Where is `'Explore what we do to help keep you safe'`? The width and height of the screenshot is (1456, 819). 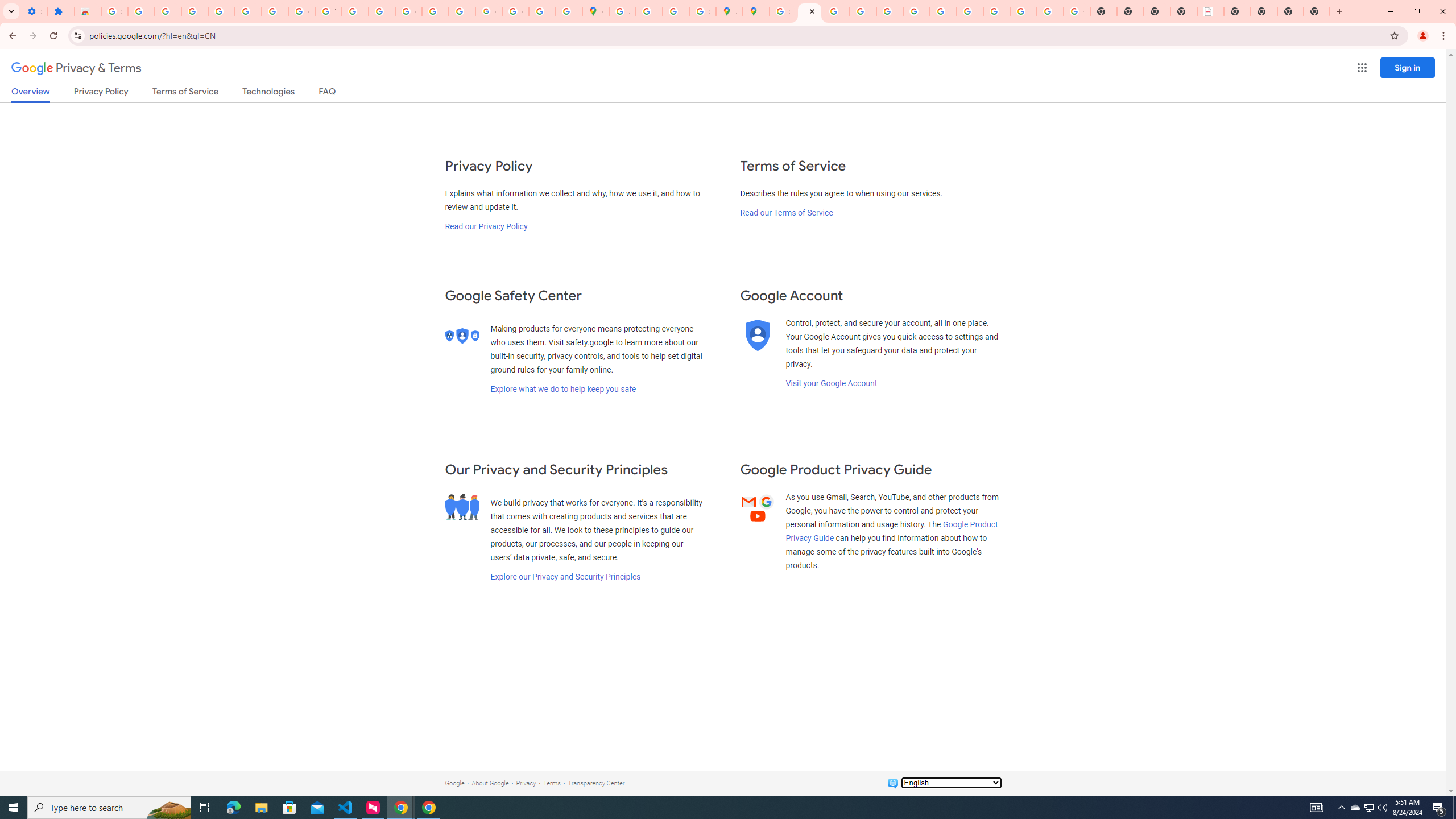 'Explore what we do to help keep you safe' is located at coordinates (563, 388).